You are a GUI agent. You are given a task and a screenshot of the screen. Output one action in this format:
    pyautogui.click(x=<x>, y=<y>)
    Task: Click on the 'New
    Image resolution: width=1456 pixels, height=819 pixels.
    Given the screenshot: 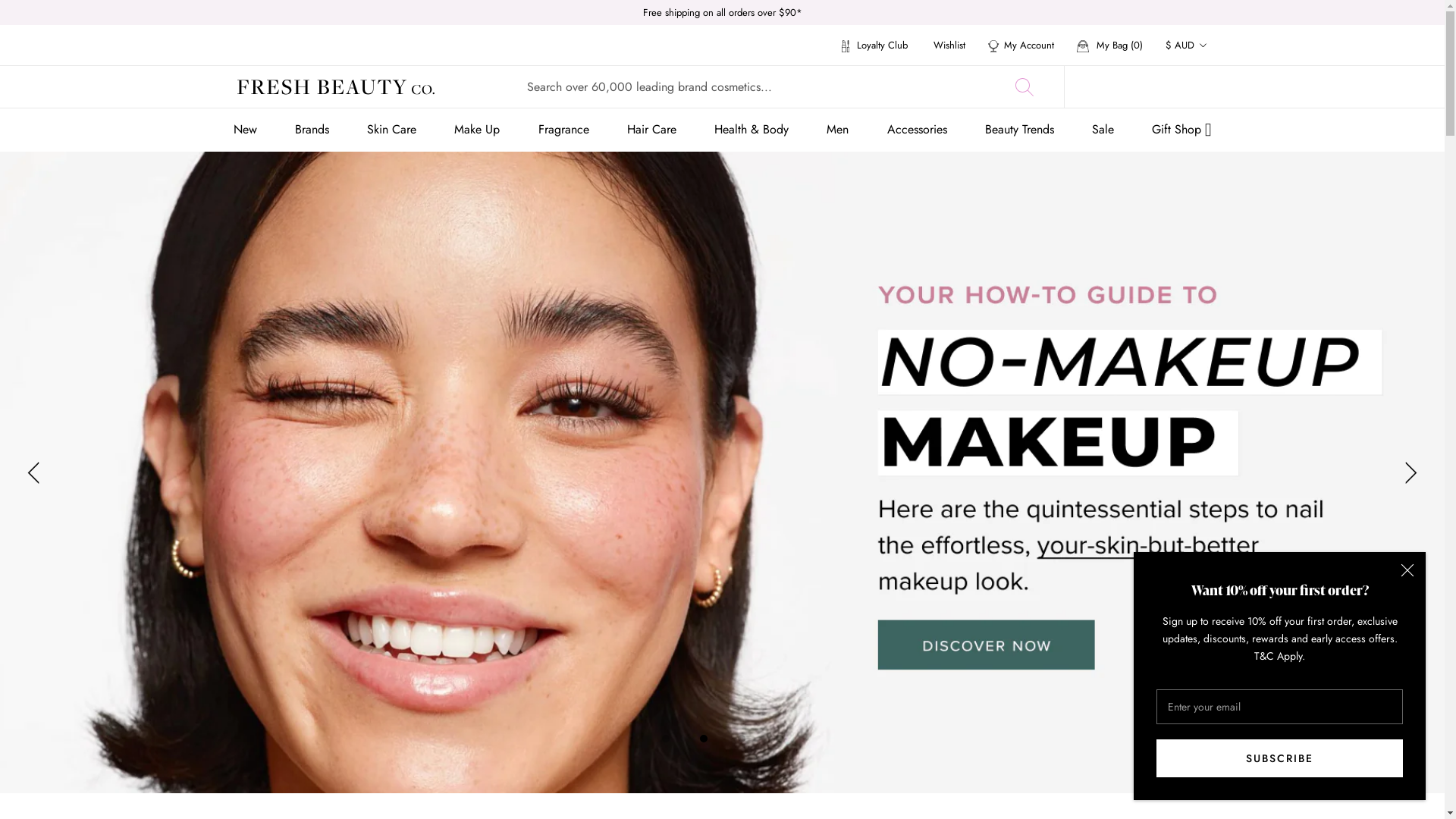 What is the action you would take?
    pyautogui.click(x=232, y=128)
    